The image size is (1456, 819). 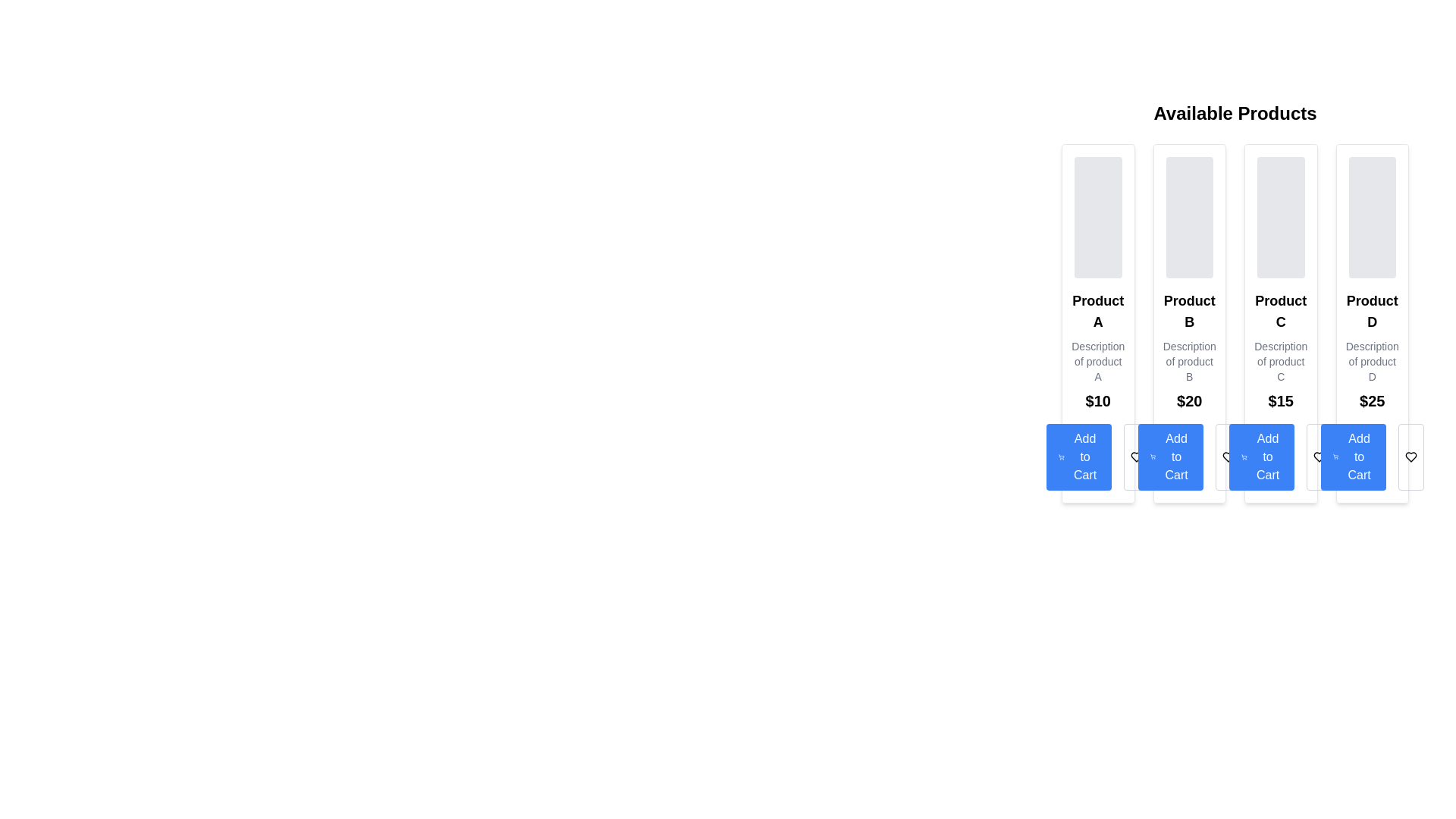 What do you see at coordinates (1188, 400) in the screenshot?
I see `the text label displaying the price '$20', which is styled with a bold font and located within the card labeled 'Product B', directly below the description text and above the 'Add to Cart' button` at bounding box center [1188, 400].